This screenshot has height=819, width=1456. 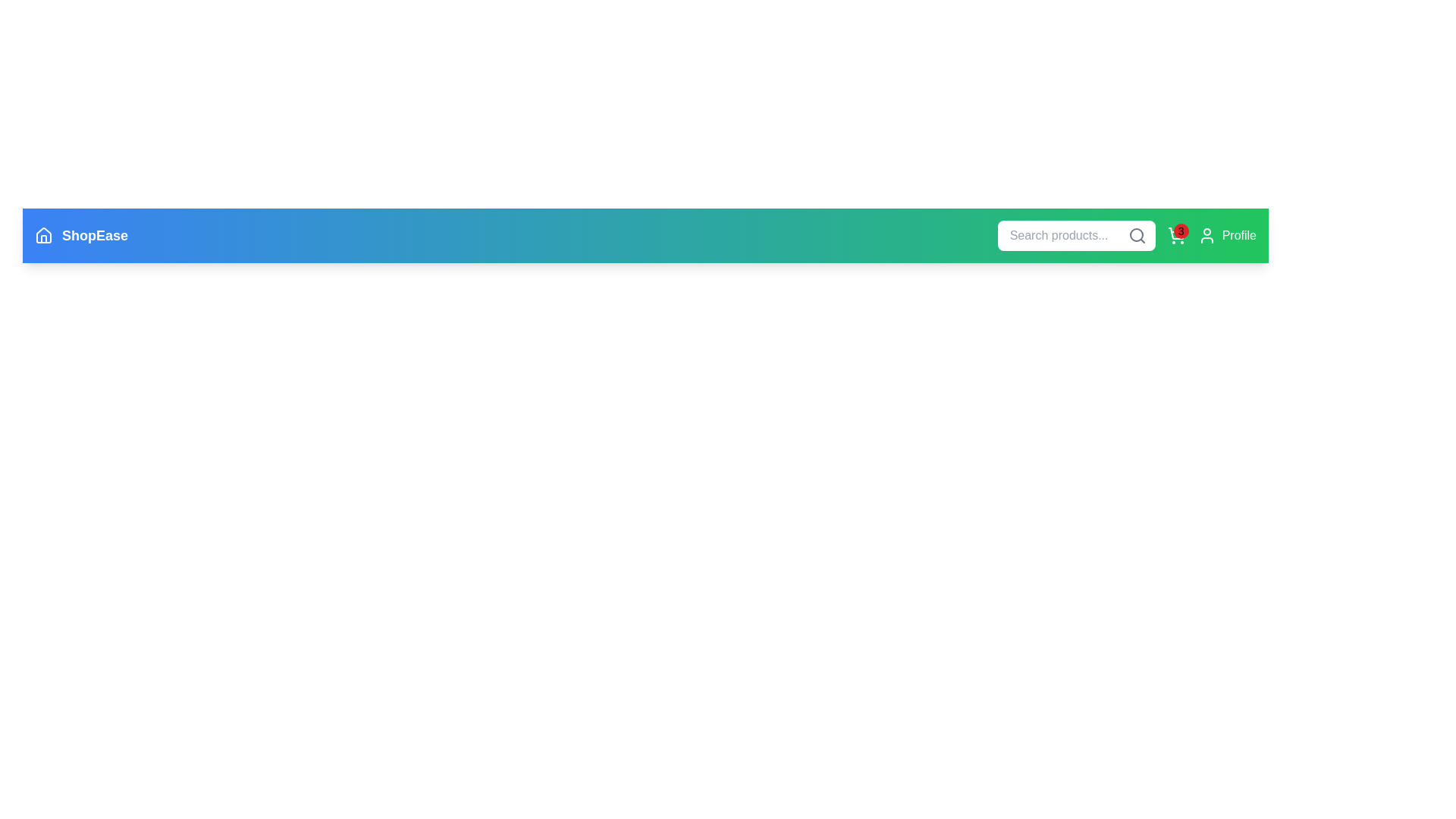 I want to click on the profile icon to open the user profile, so click(x=1226, y=236).